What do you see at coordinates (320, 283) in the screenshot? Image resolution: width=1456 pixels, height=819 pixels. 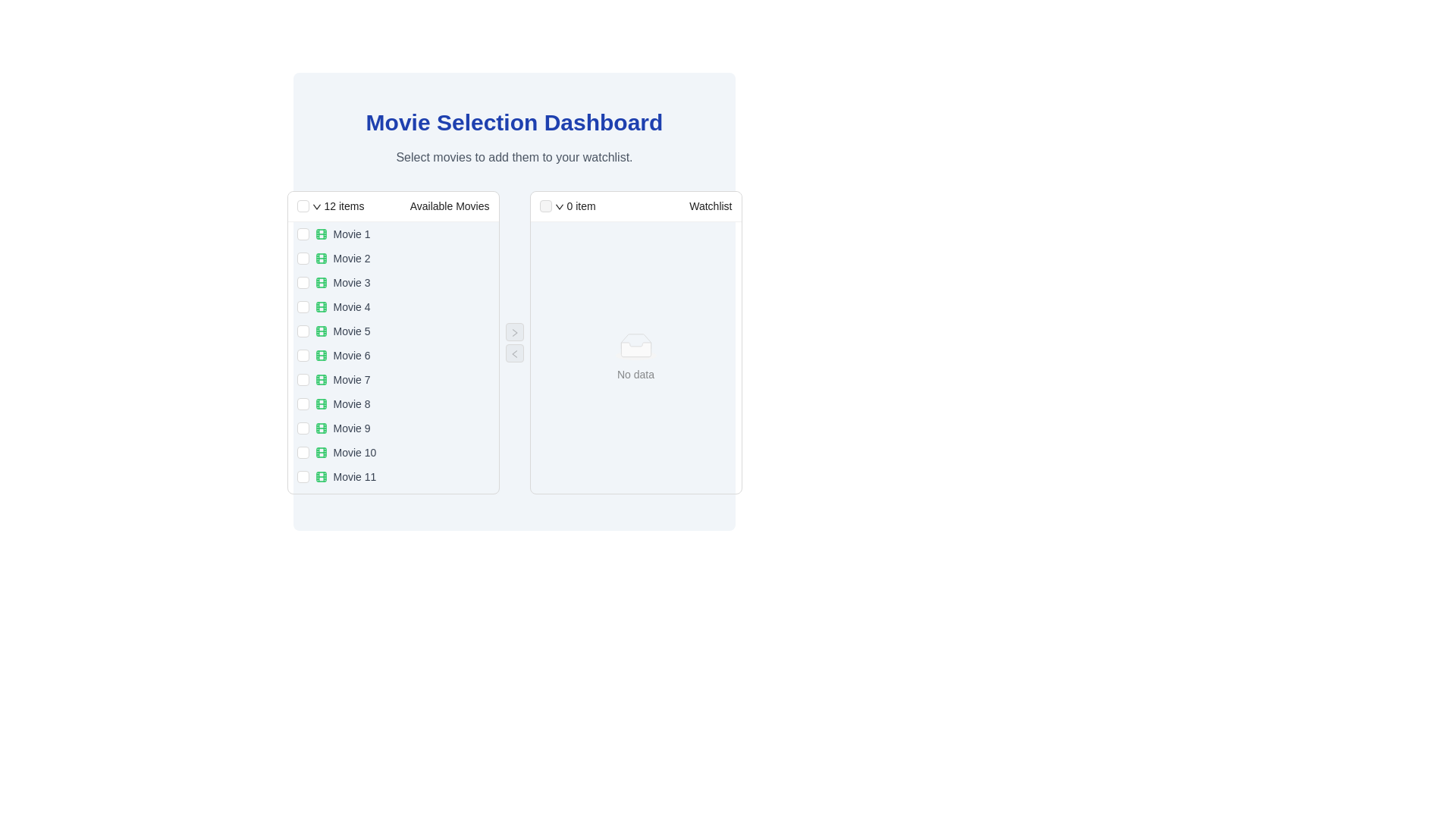 I see `the green hollow filmstrip icon representing 'Movie 3' in the 'Available Movies' list` at bounding box center [320, 283].